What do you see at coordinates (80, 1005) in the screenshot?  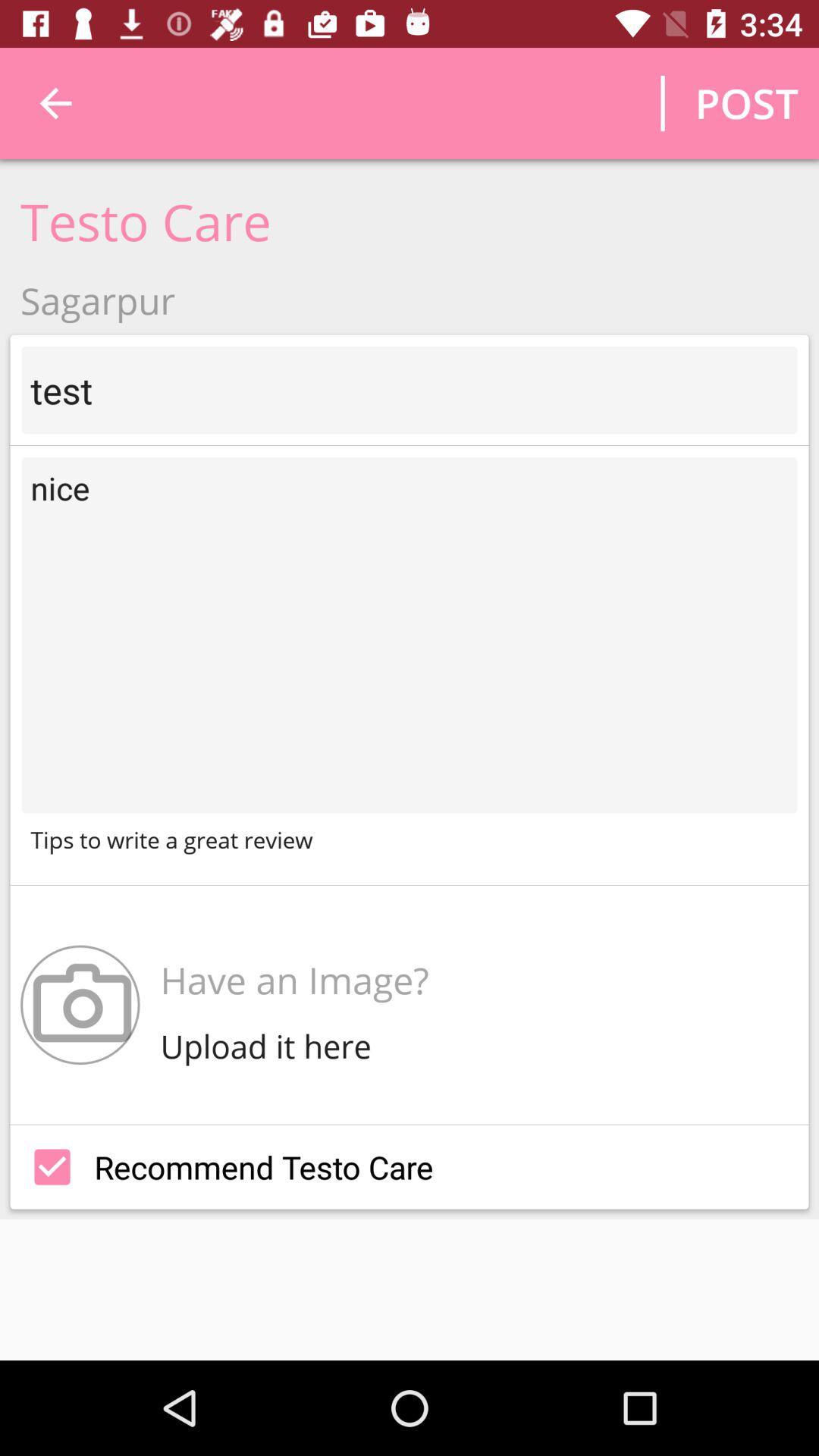 I see `icon to the left of have an image? icon` at bounding box center [80, 1005].